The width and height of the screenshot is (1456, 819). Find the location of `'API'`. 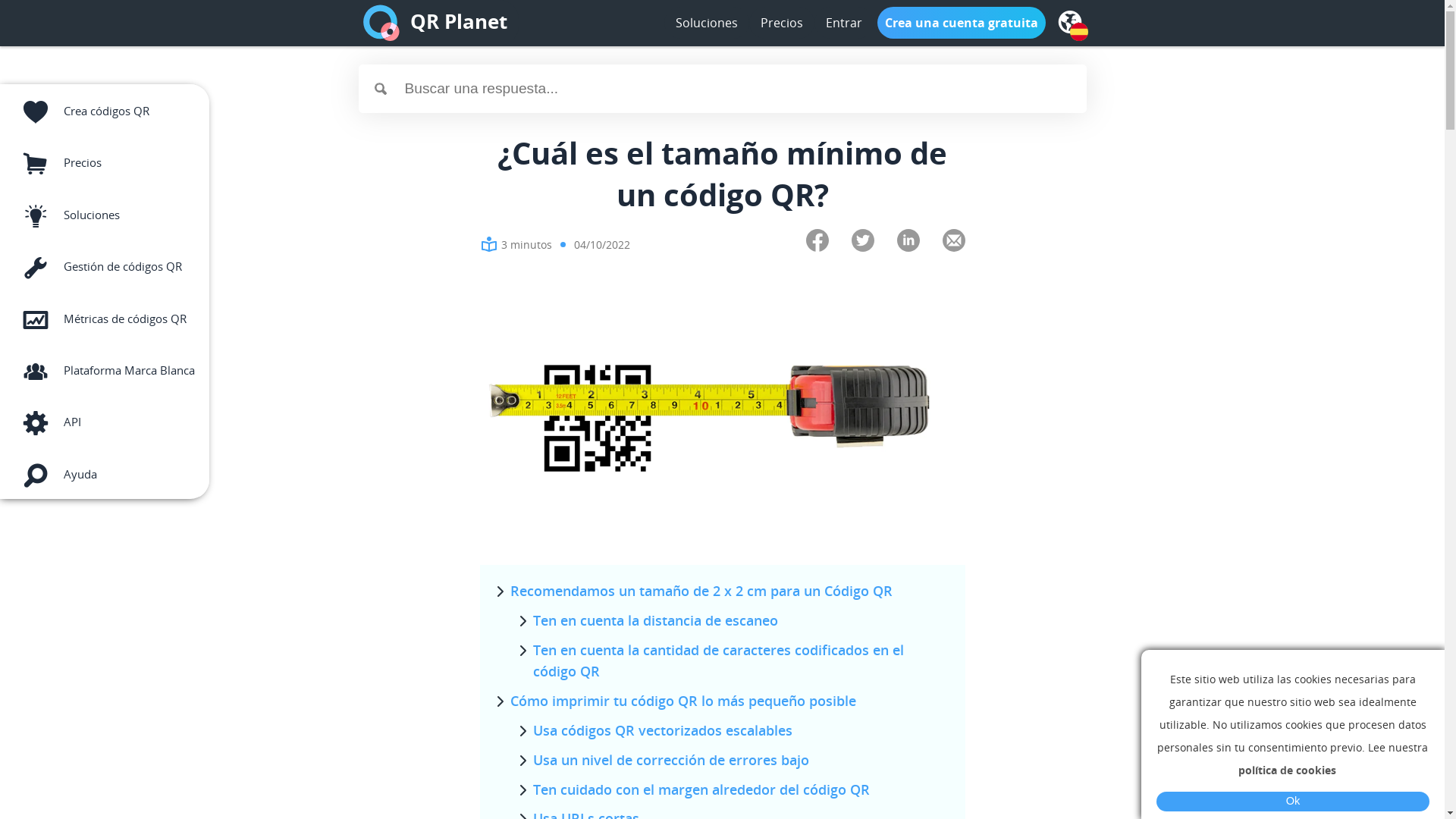

'API' is located at coordinates (104, 419).